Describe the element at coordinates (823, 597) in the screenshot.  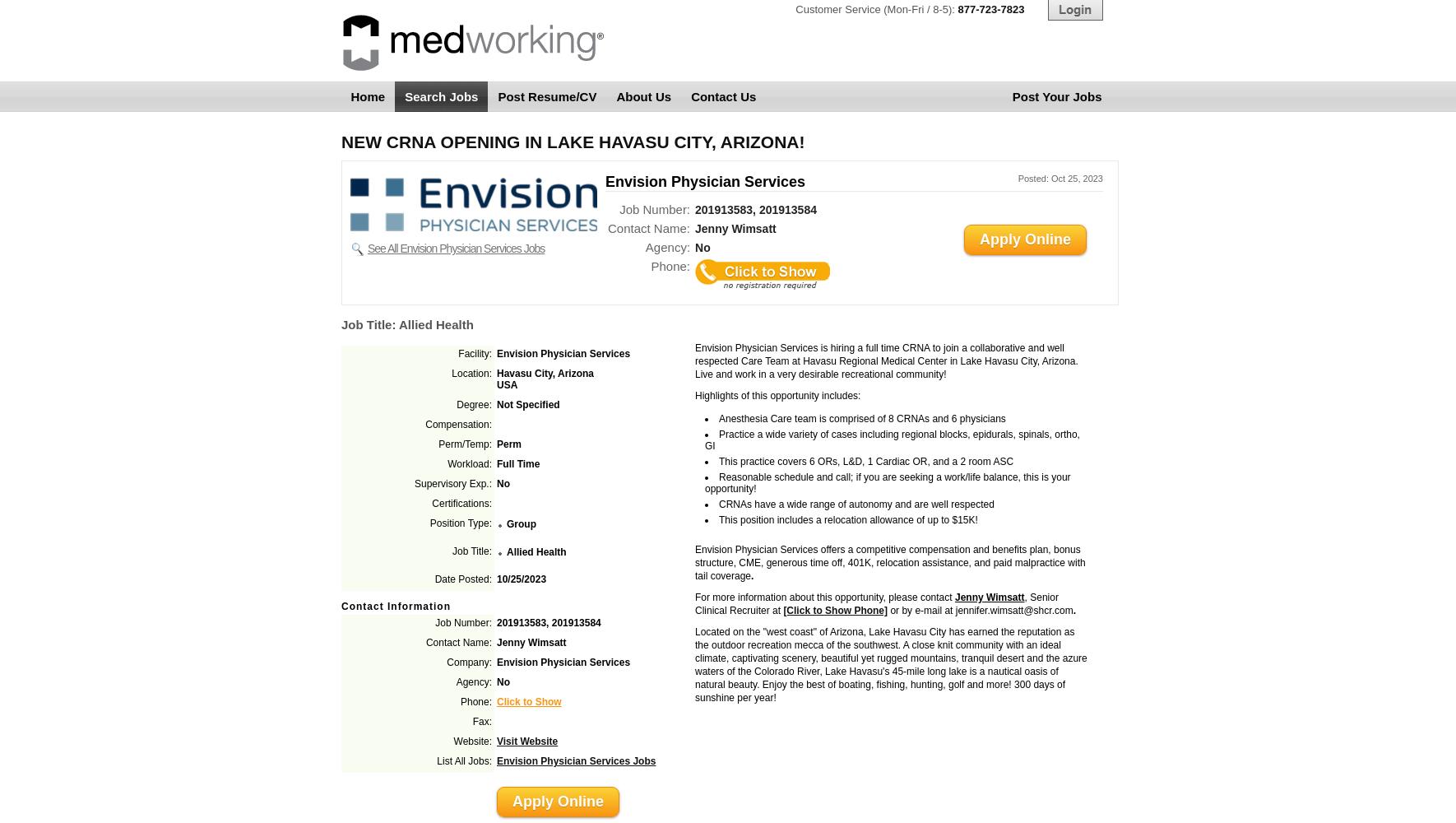
I see `'For more information about this opportunity, please contact'` at that location.